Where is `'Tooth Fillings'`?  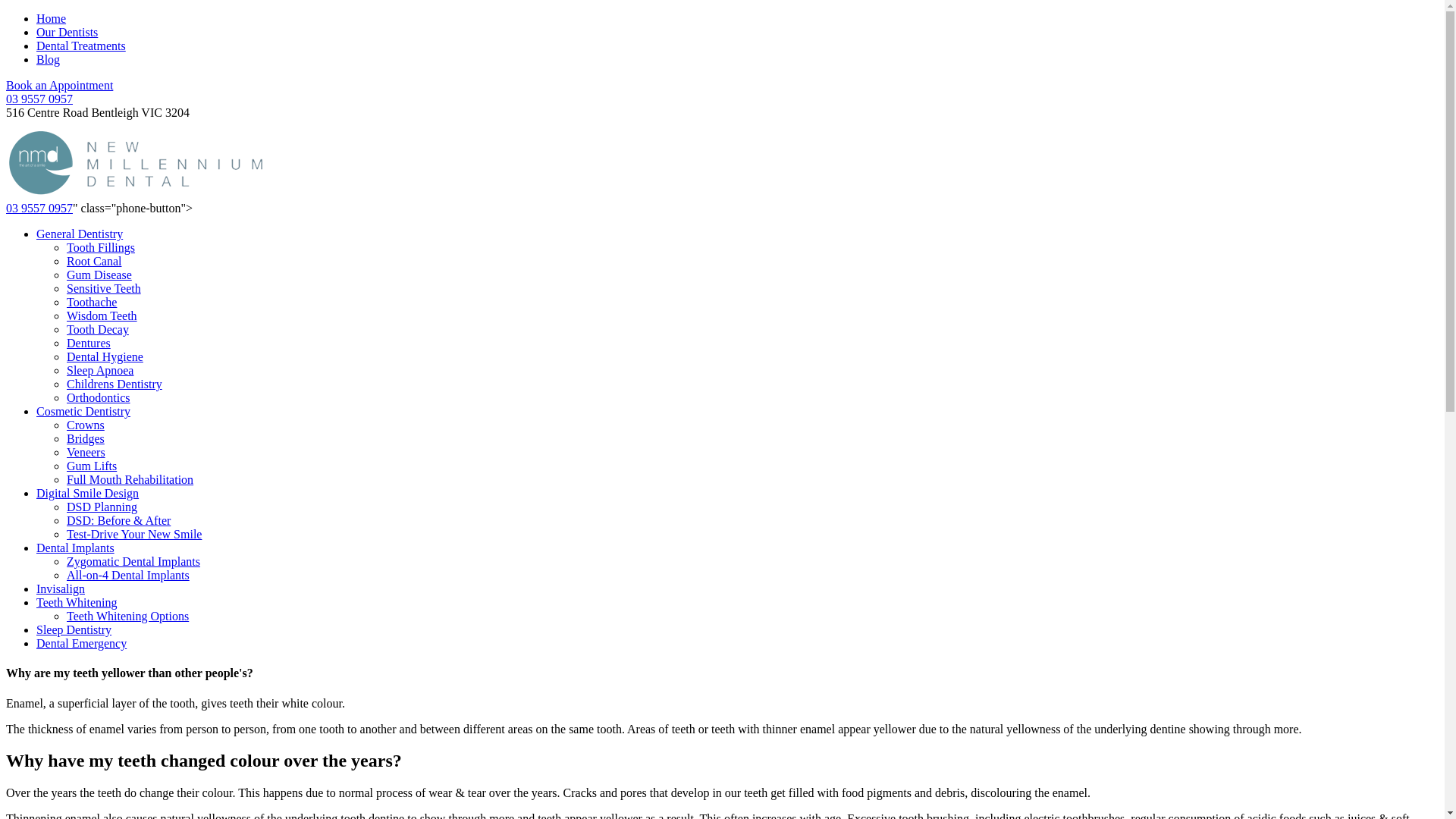 'Tooth Fillings' is located at coordinates (100, 246).